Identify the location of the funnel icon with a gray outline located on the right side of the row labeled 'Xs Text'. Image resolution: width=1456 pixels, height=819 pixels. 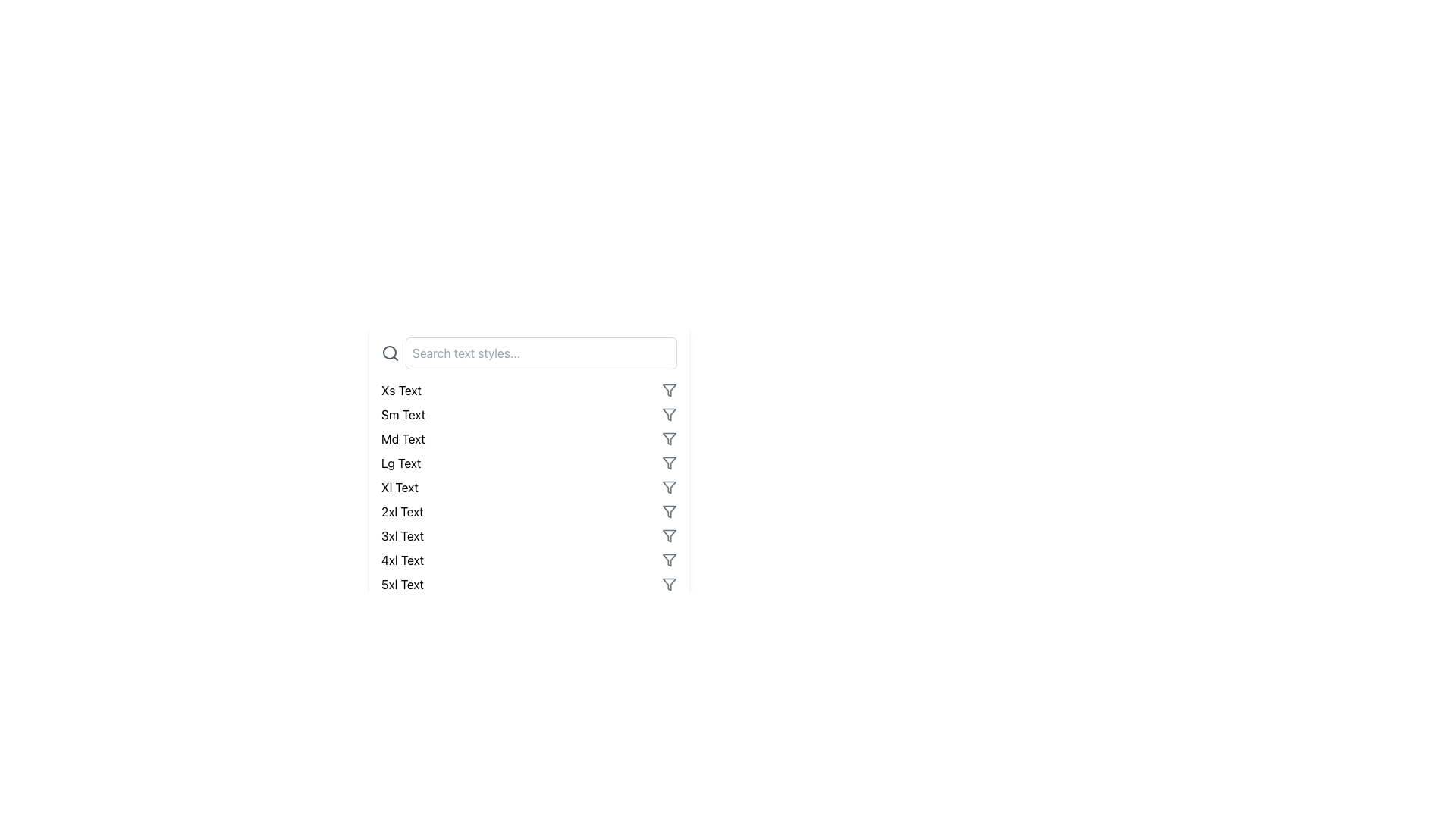
(669, 390).